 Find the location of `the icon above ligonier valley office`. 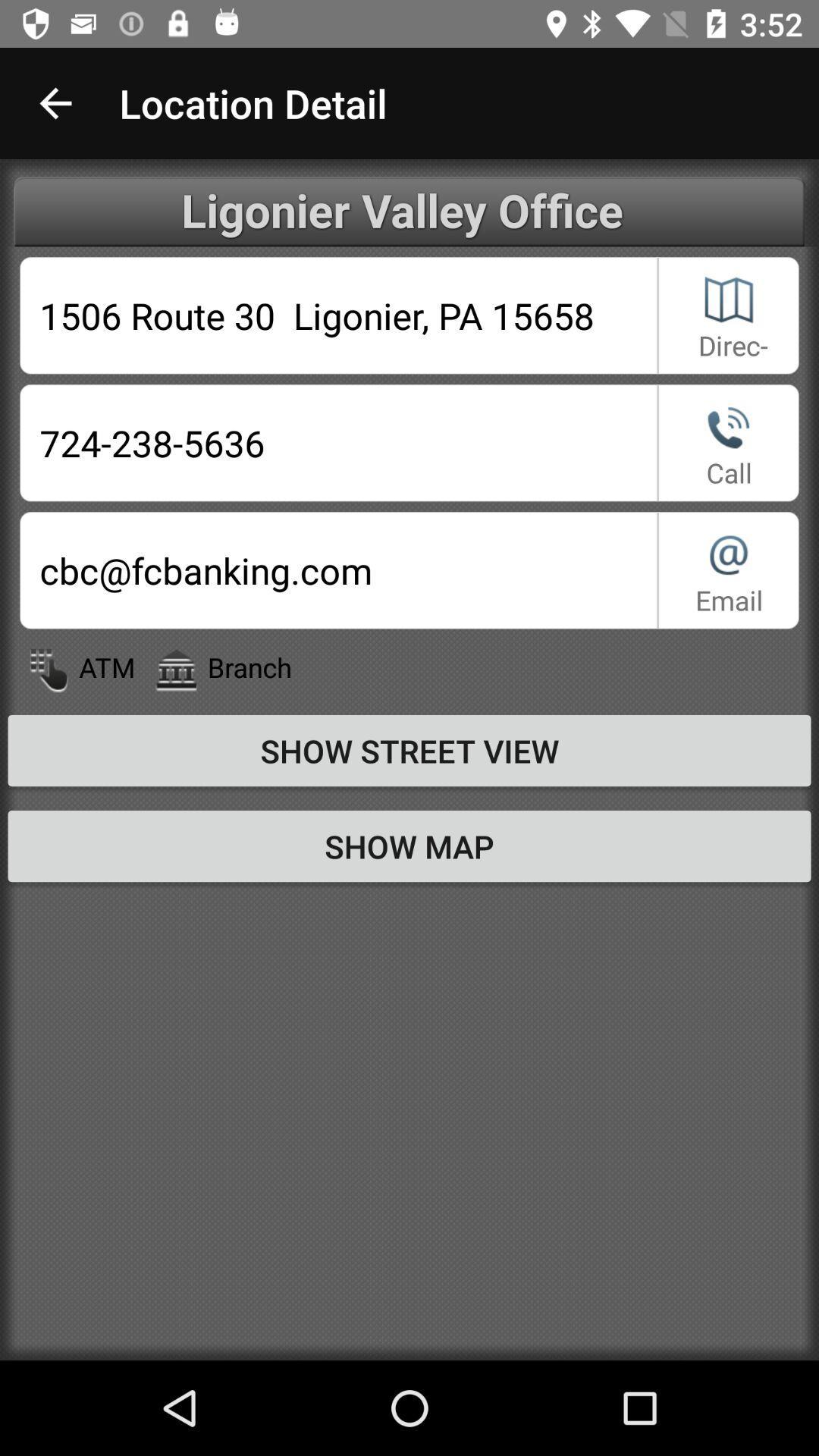

the icon above ligonier valley office is located at coordinates (55, 102).